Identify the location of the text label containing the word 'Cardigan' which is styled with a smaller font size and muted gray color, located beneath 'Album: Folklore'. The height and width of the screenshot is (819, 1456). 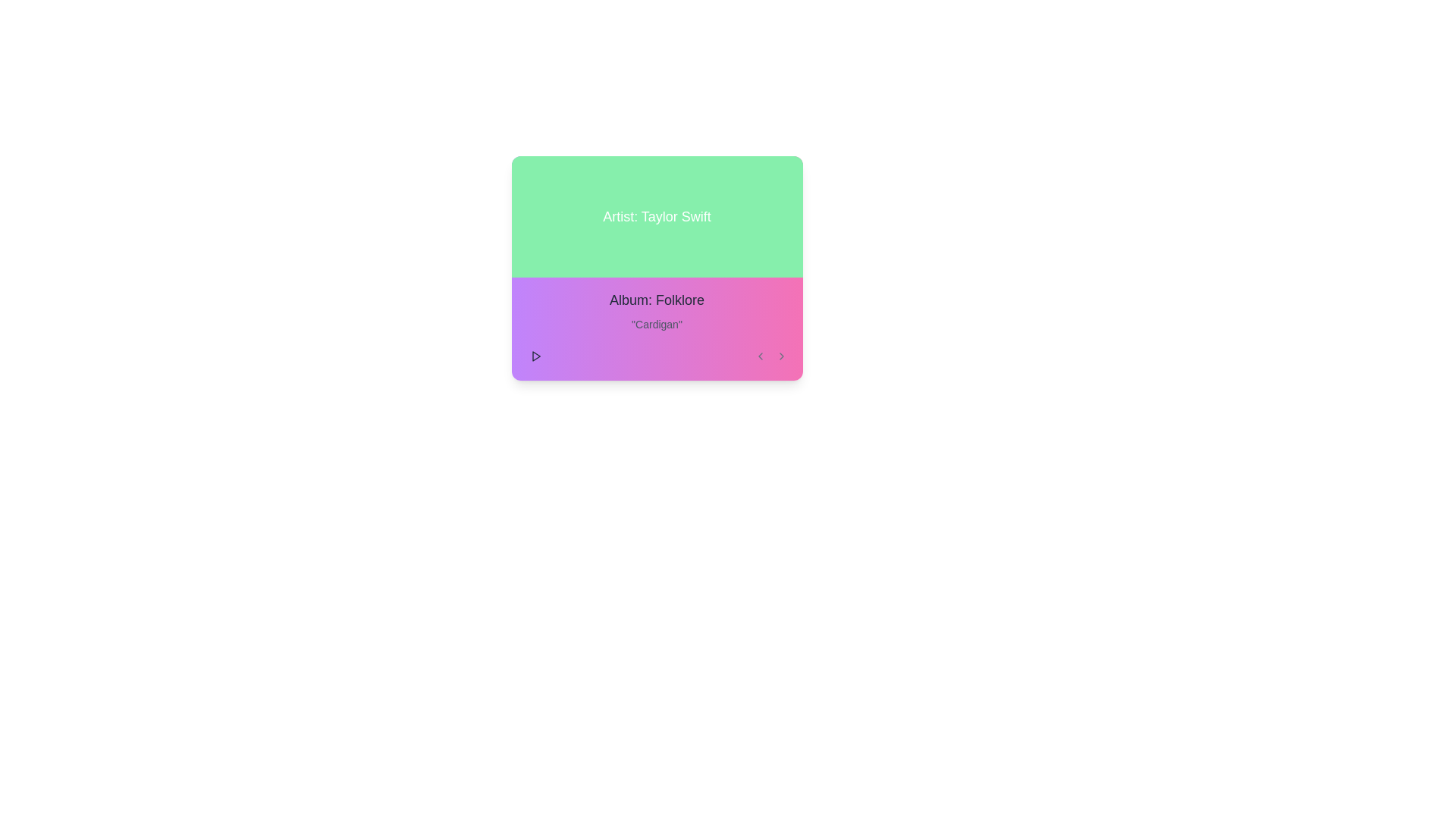
(657, 324).